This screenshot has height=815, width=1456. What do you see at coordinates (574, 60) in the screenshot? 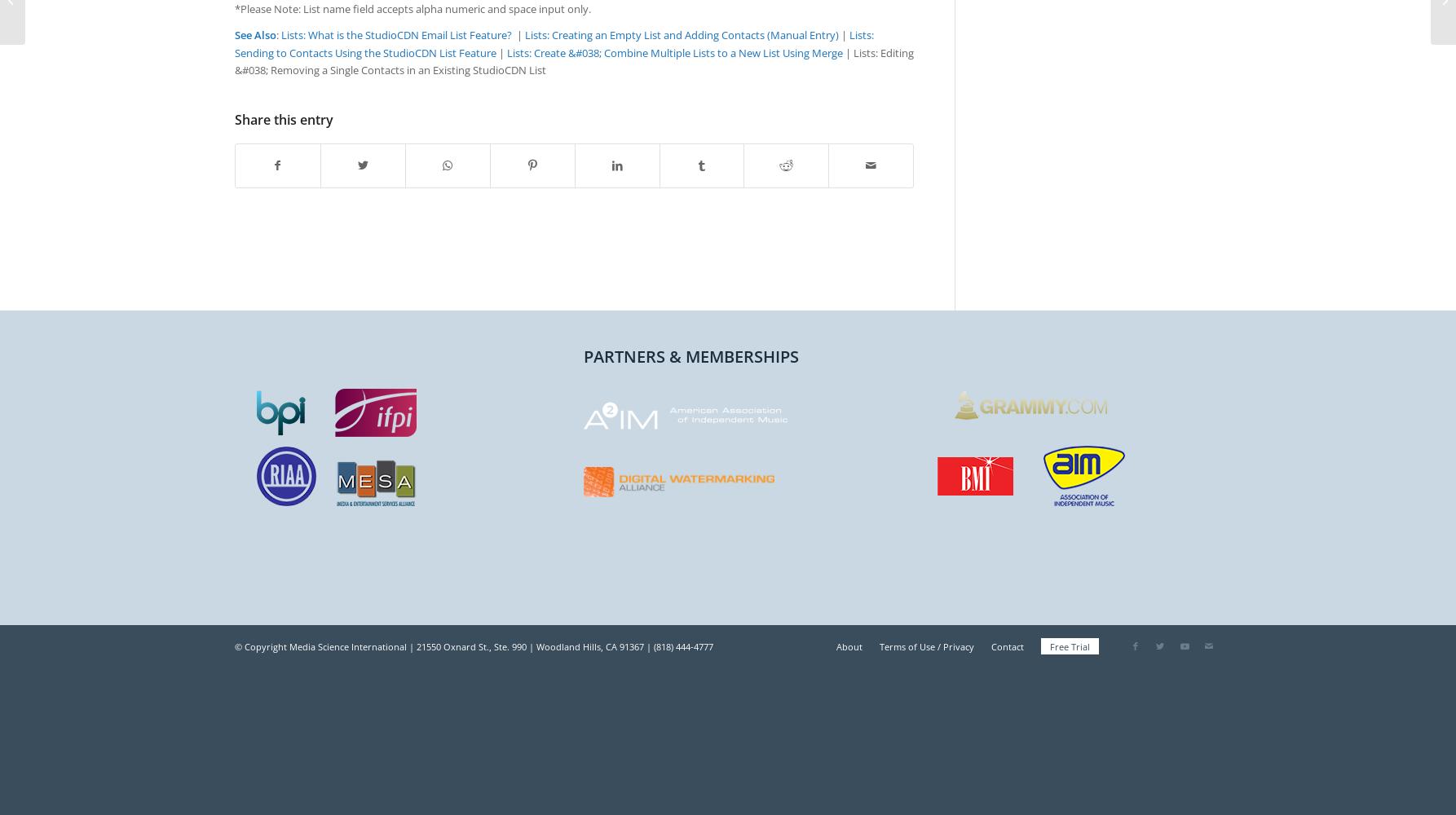
I see `'| Lists: Editing &#038; Removing a Single Contacts in an Existing StudioCDN List'` at bounding box center [574, 60].